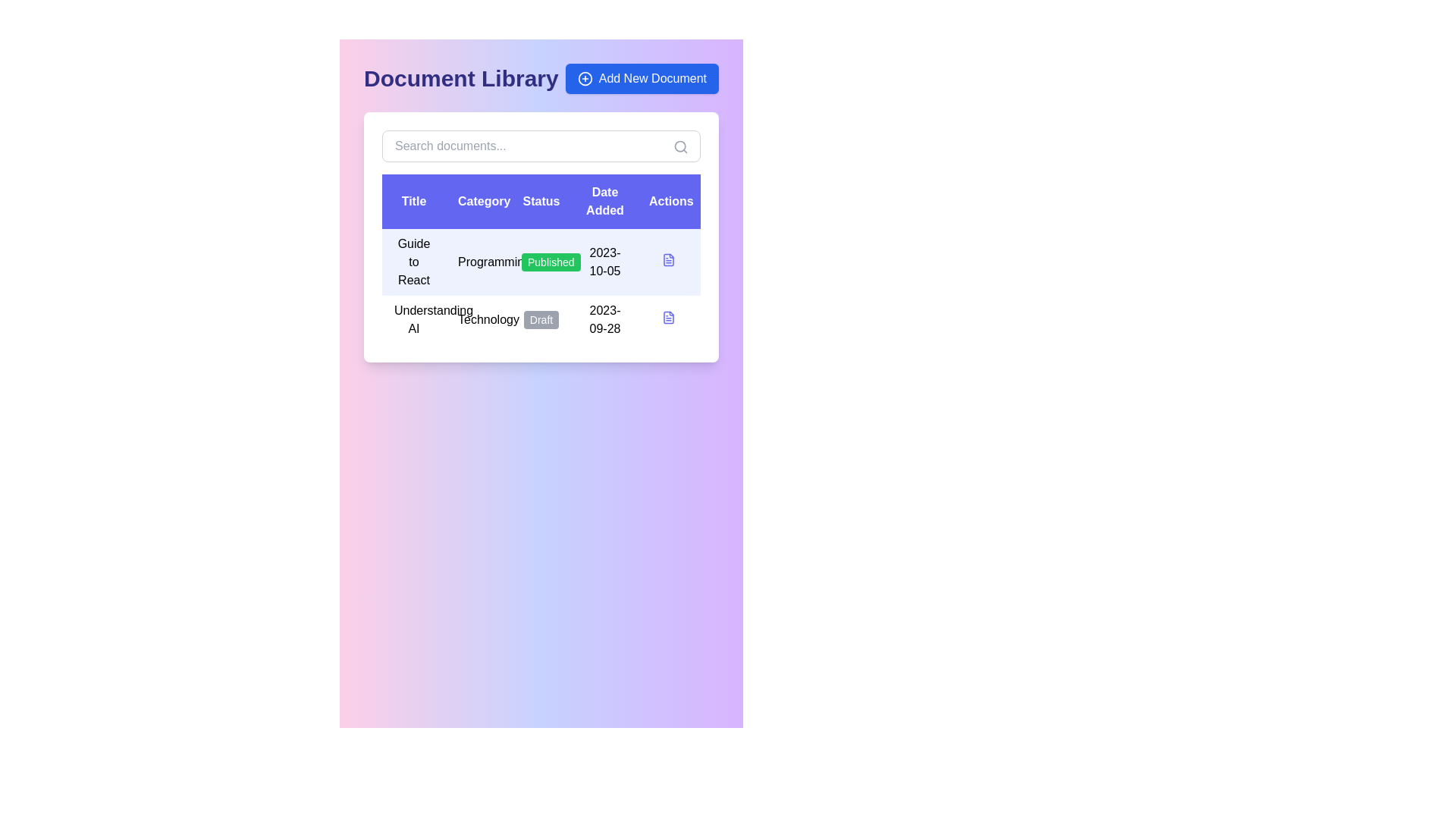  What do you see at coordinates (541, 318) in the screenshot?
I see `the 'Draft' button with a gray background and white text, located in the 'Status' column of the row for the document 'Understanding AI' in the 'Technology' category` at bounding box center [541, 318].